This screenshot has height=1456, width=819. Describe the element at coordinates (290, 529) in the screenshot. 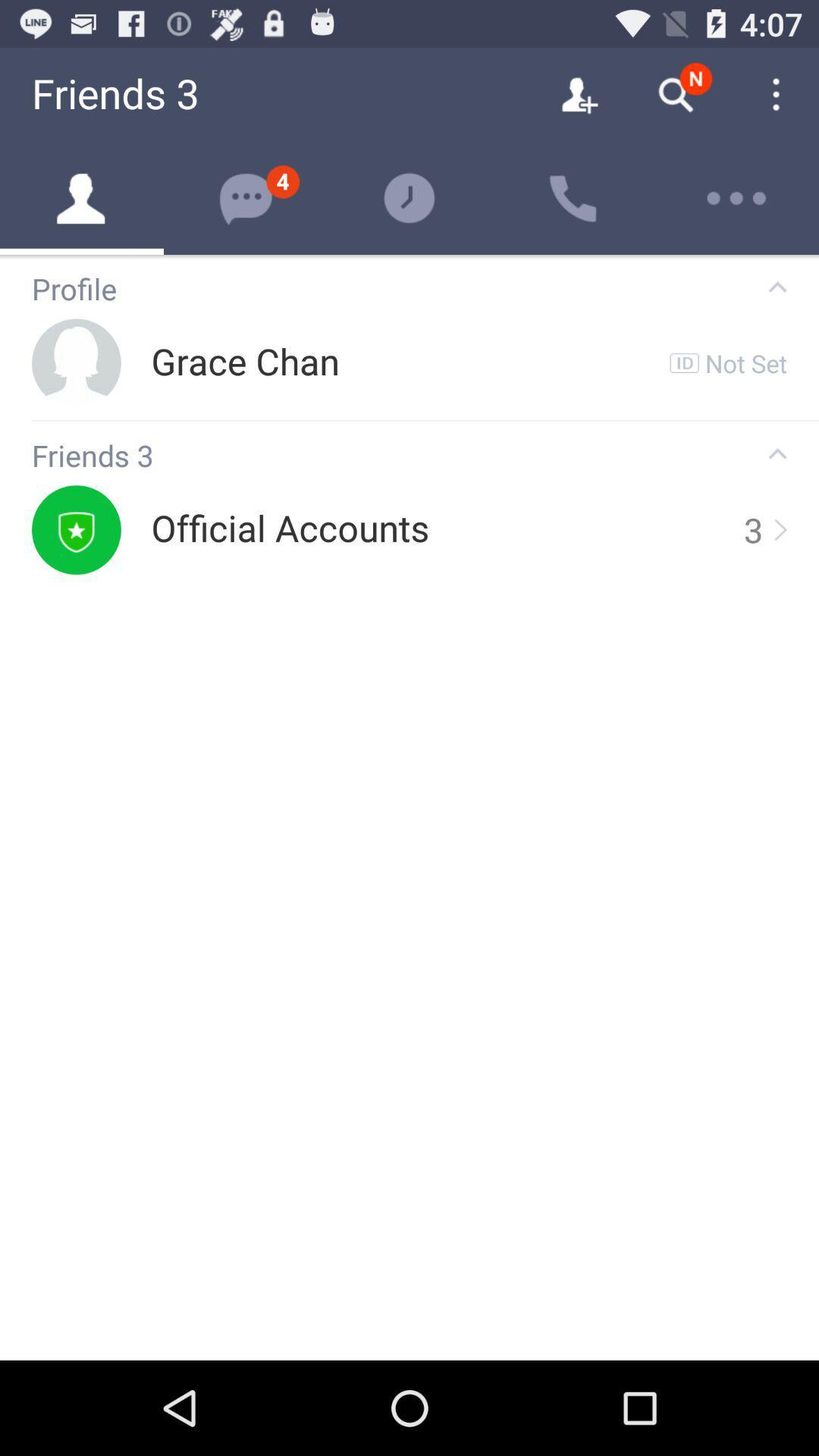

I see `the app below friends 3 app` at that location.